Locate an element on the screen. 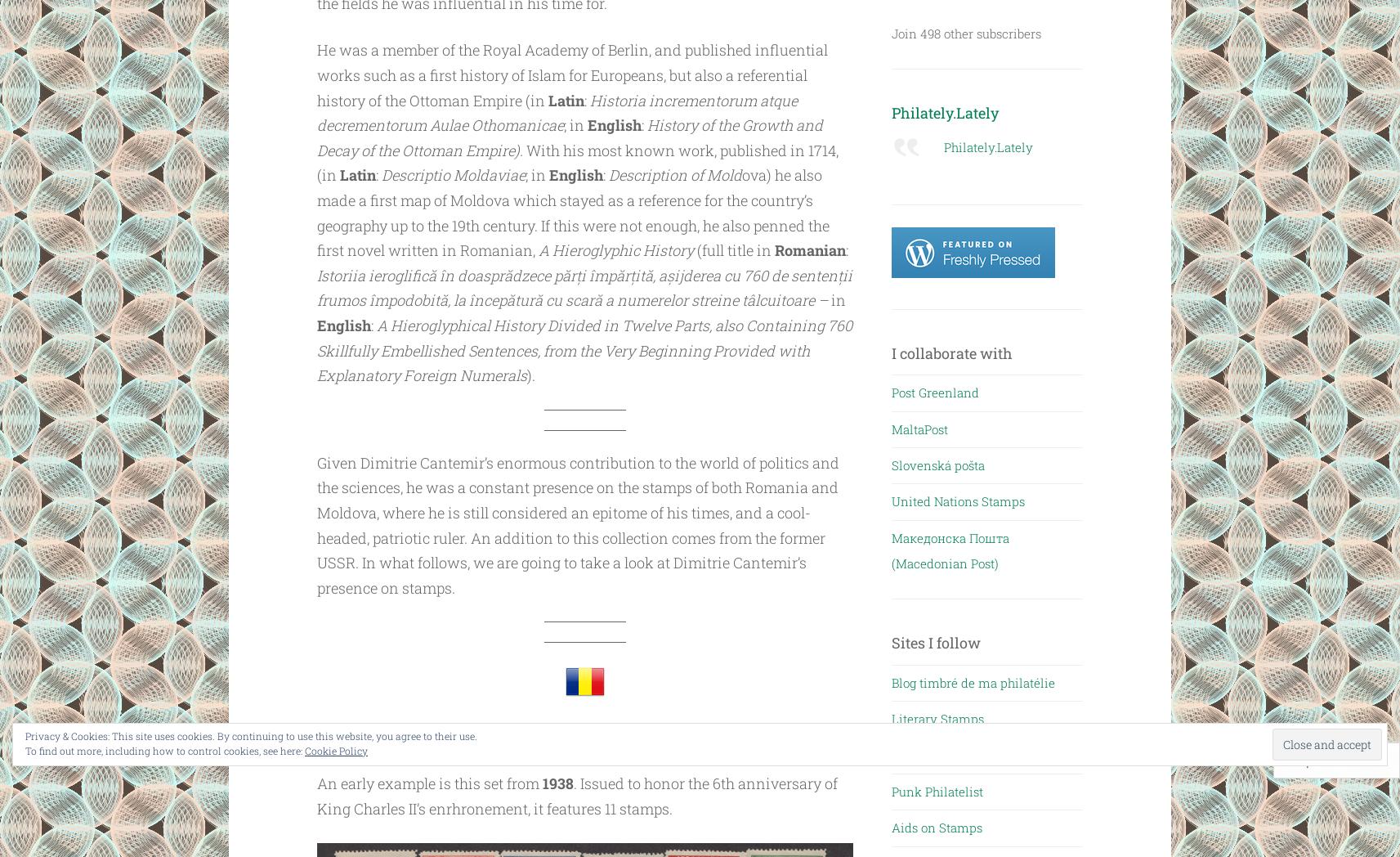 This screenshot has width=1400, height=857. 'Given Dimitrie Cantemir’s enormous contribution to the world of politics and the sciences, he was a constant presence on the stamps of both Romania and Moldova, where he is still considered an epitome of his times, and a cool-headed, patriotic ruler. An addition to this collection comes from the former USSR. In what follows, we are going to take a look at Dimitrie Cantemir’s presence on stamps.' is located at coordinates (577, 523).